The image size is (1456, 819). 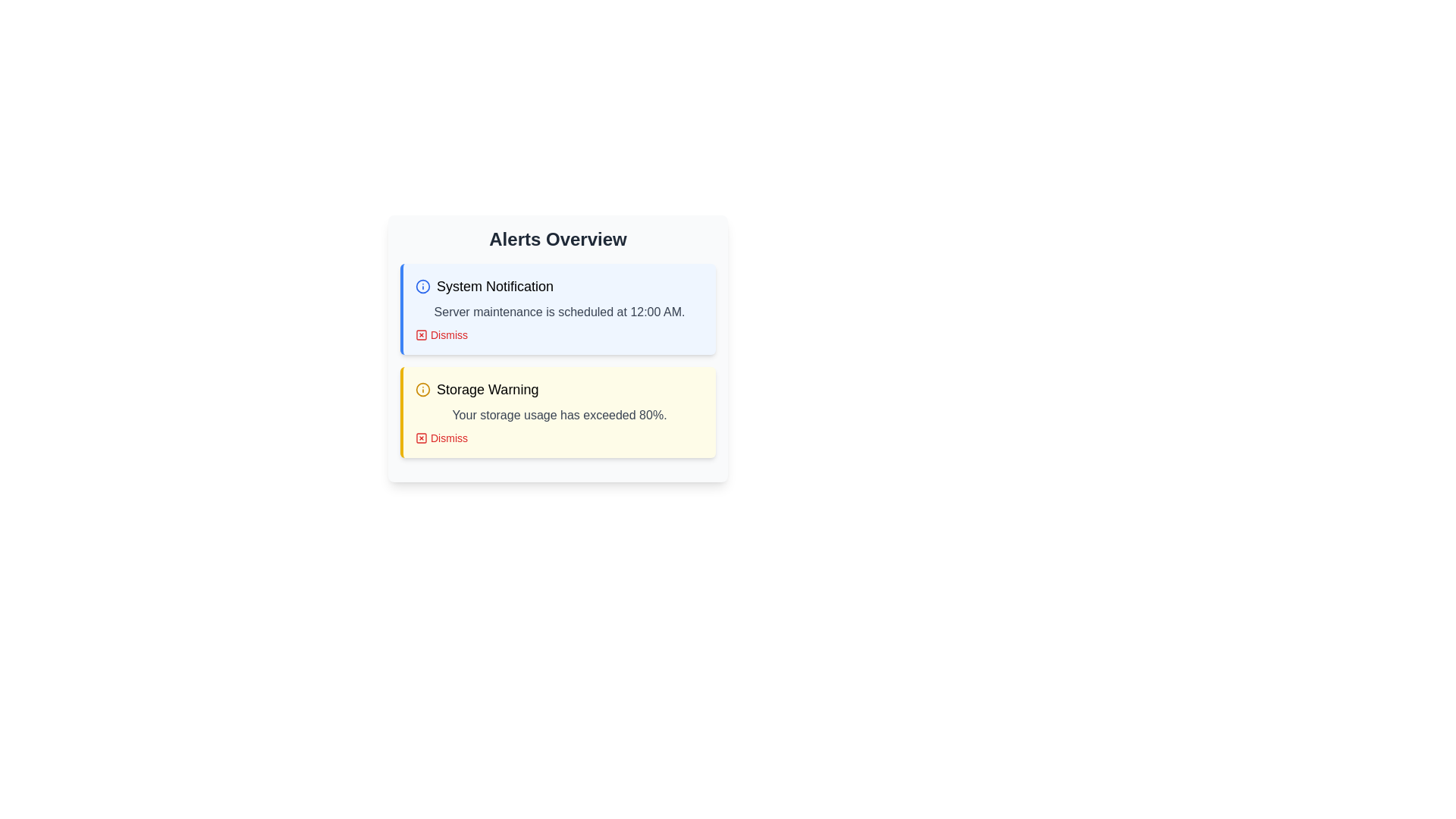 I want to click on the dismiss icon located to the left of the 'Dismiss' label in the 'System Notification' card, so click(x=422, y=334).